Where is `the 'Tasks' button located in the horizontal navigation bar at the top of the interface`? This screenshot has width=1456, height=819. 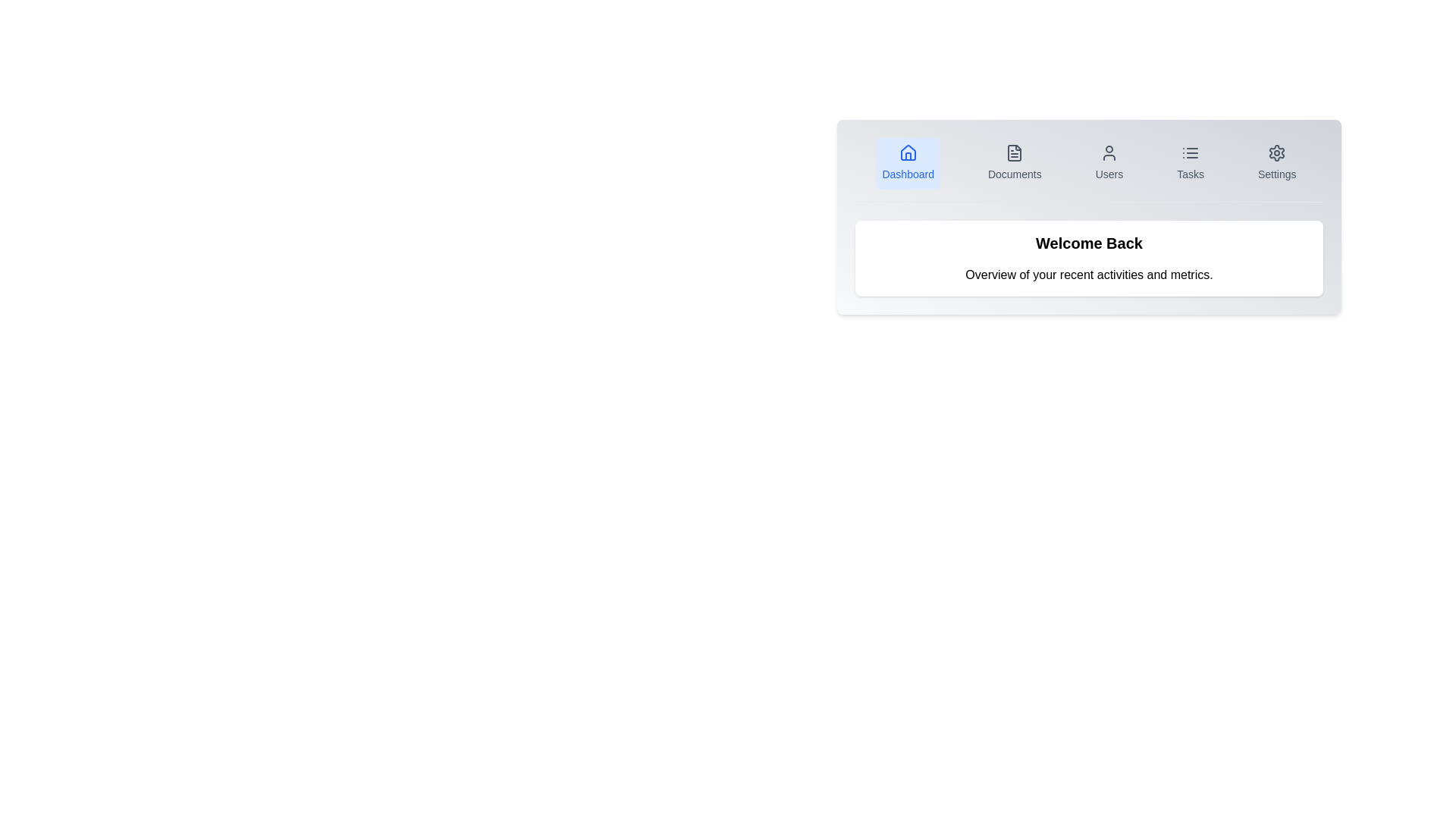 the 'Tasks' button located in the horizontal navigation bar at the top of the interface is located at coordinates (1189, 164).